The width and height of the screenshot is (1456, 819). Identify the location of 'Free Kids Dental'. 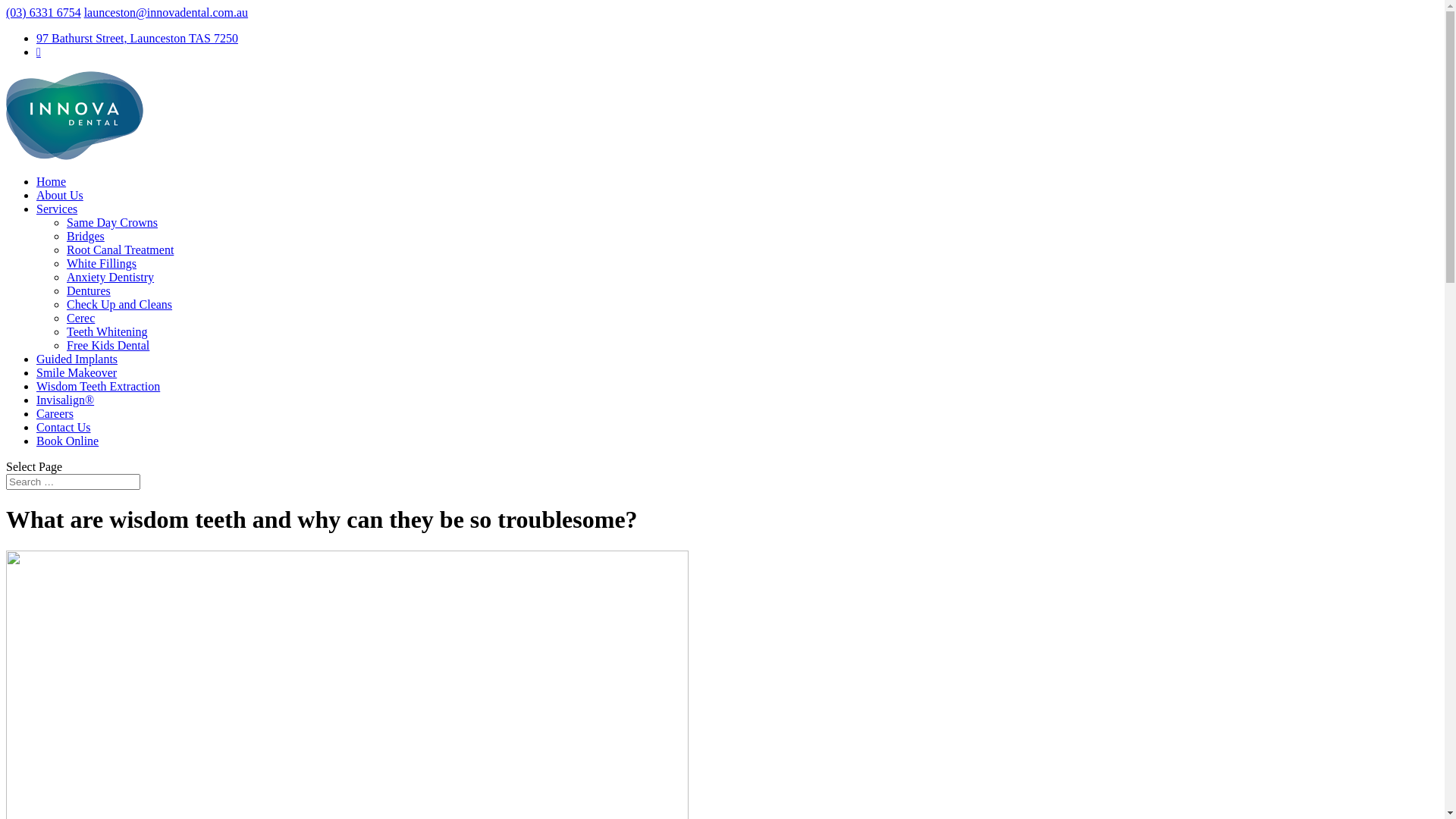
(107, 345).